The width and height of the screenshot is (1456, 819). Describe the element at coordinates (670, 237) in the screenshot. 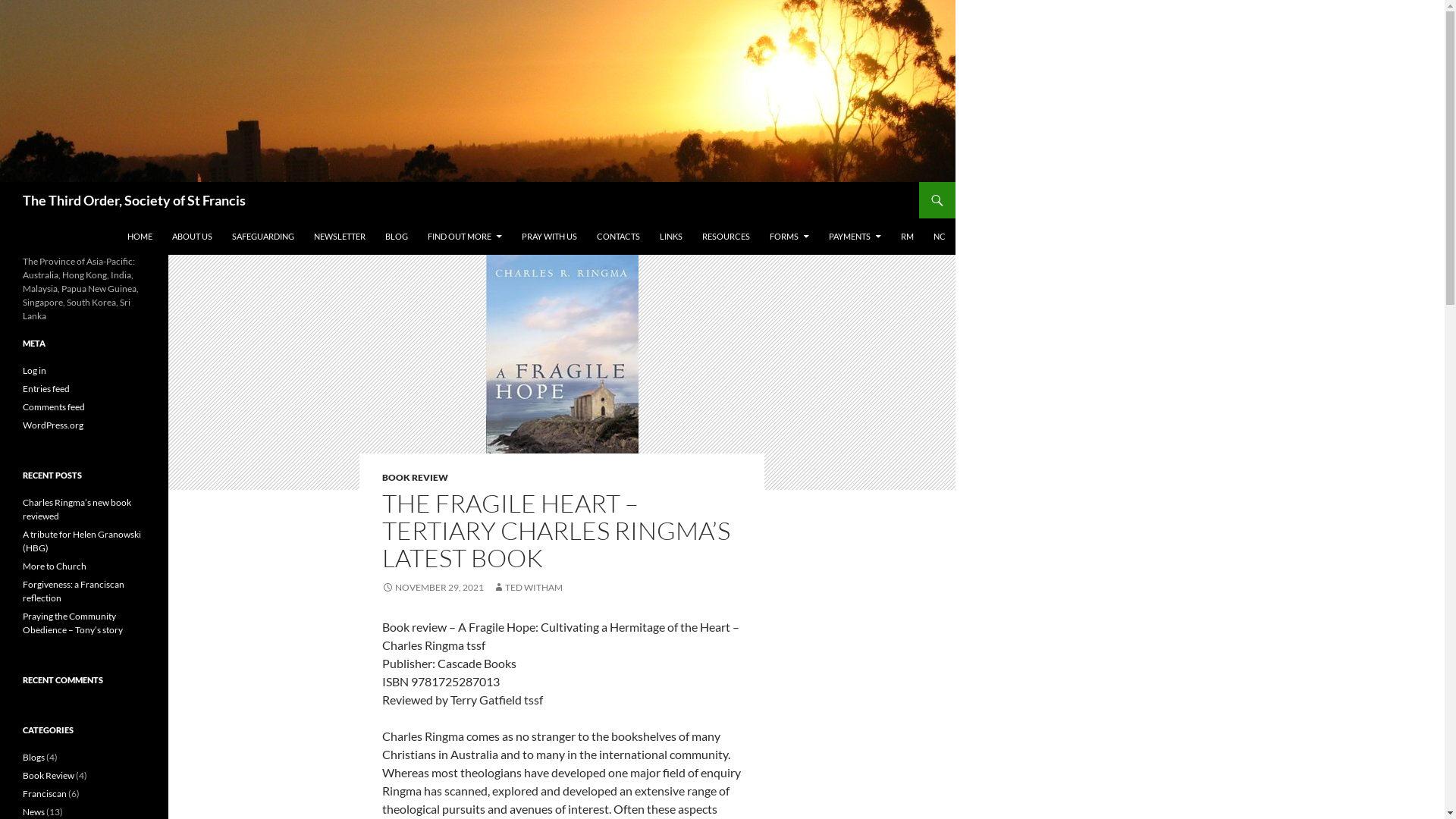

I see `'LINKS'` at that location.